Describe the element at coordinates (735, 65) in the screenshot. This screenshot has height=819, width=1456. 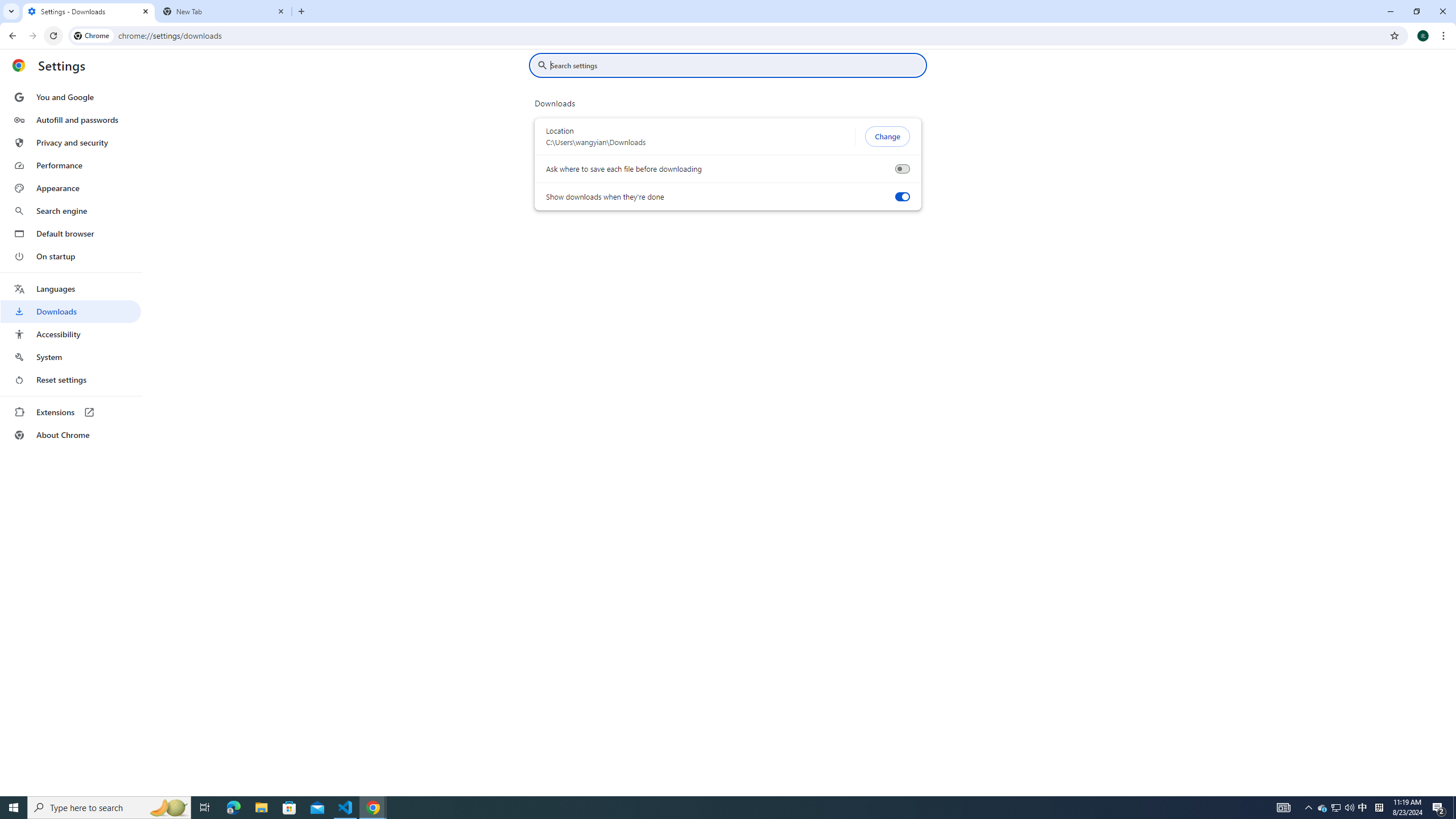
I see `'Search settings'` at that location.